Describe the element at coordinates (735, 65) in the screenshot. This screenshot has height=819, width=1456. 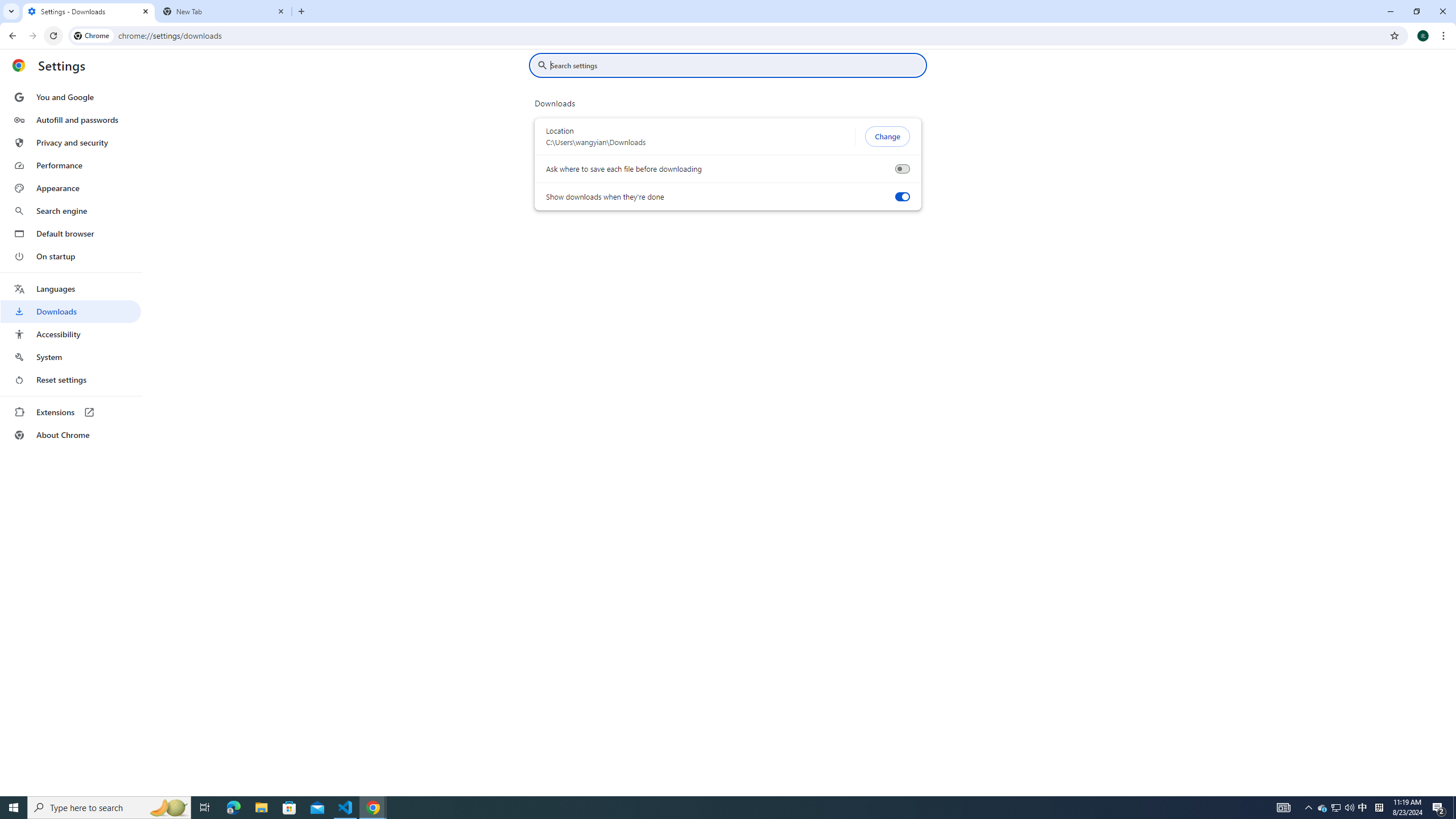
I see `'Search settings'` at that location.